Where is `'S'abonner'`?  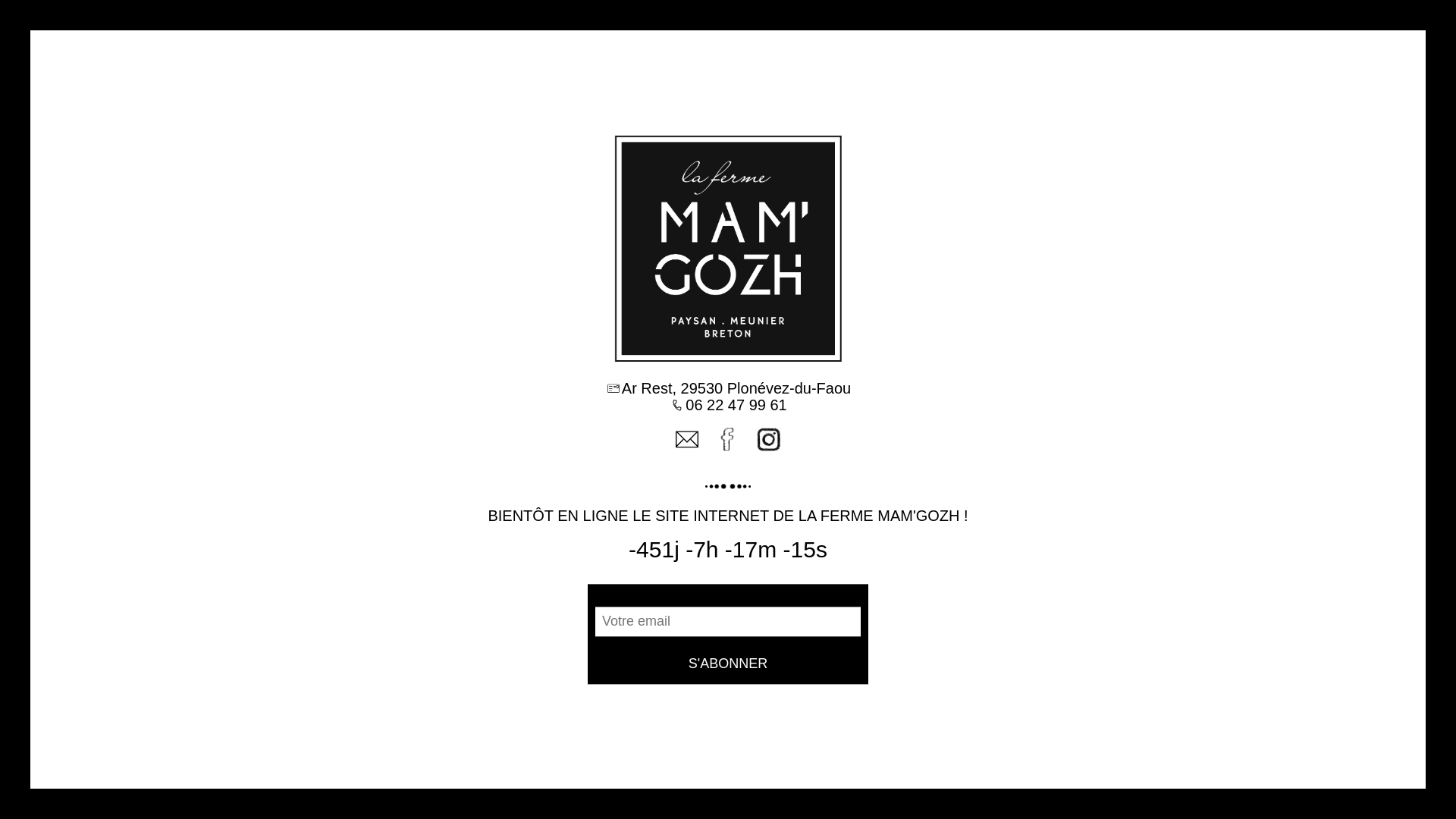 'S'abonner' is located at coordinates (728, 664).